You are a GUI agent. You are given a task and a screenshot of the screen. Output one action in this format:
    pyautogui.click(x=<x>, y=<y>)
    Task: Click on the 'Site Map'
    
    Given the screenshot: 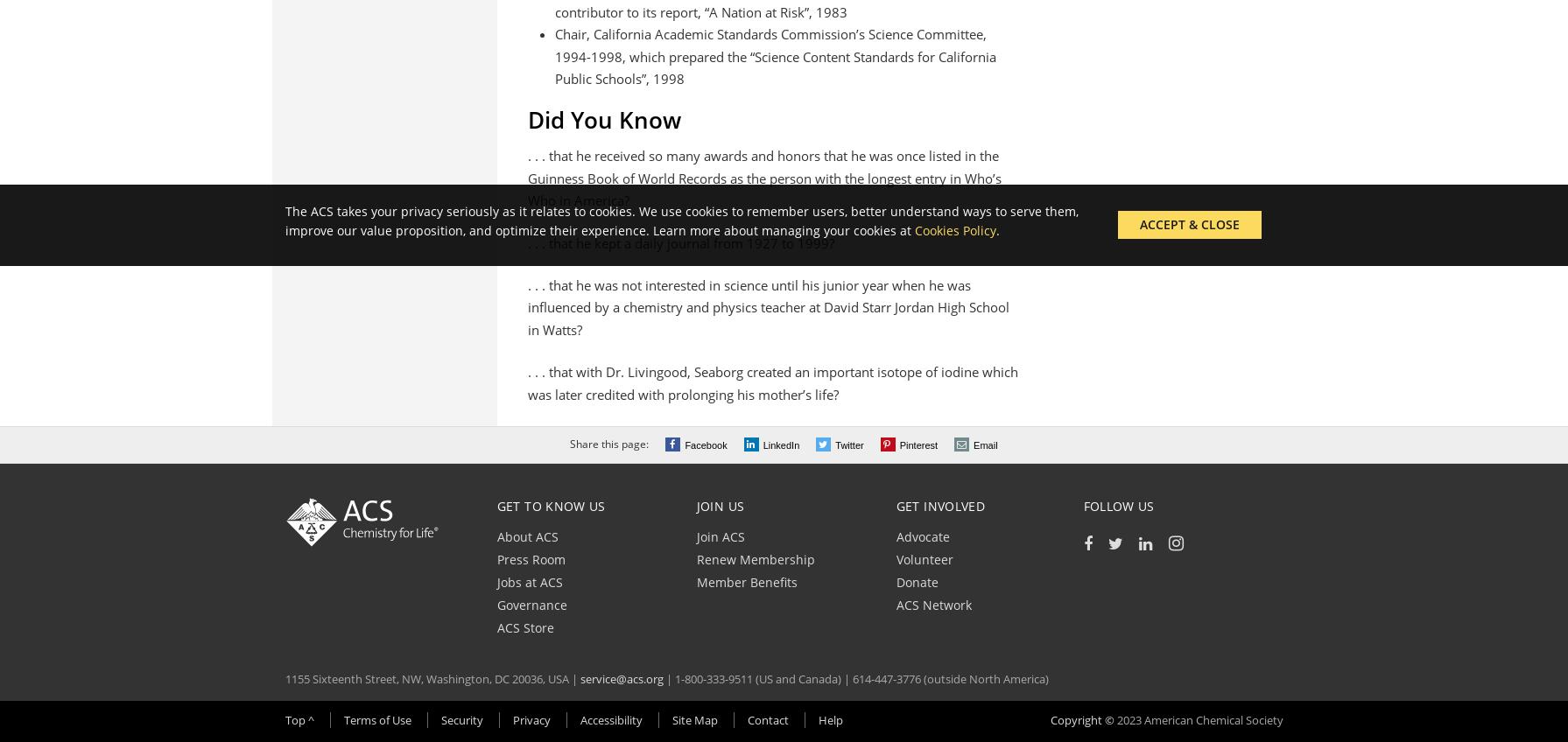 What is the action you would take?
    pyautogui.click(x=671, y=719)
    